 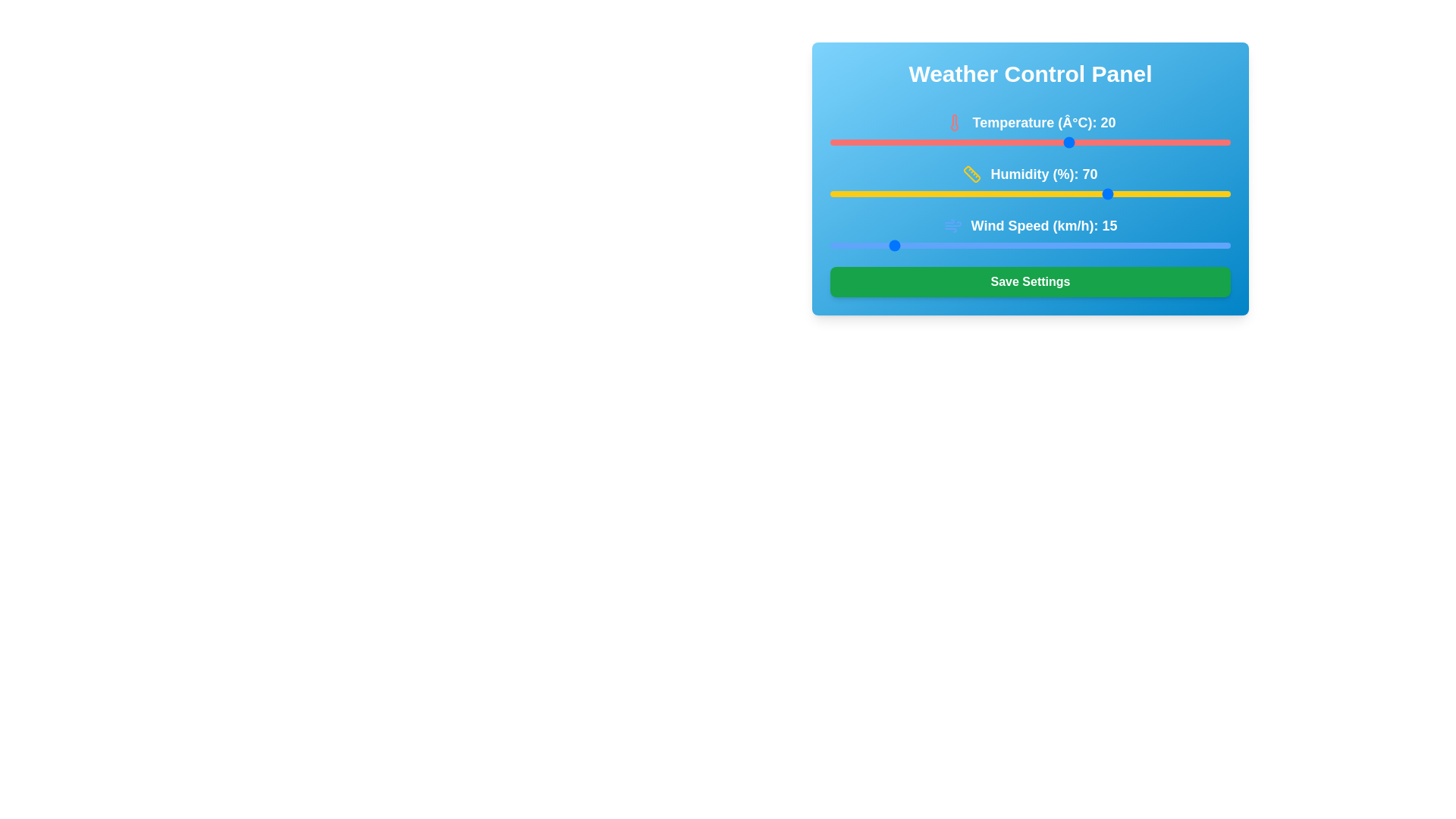 I want to click on the temperature slider, so click(x=1078, y=143).